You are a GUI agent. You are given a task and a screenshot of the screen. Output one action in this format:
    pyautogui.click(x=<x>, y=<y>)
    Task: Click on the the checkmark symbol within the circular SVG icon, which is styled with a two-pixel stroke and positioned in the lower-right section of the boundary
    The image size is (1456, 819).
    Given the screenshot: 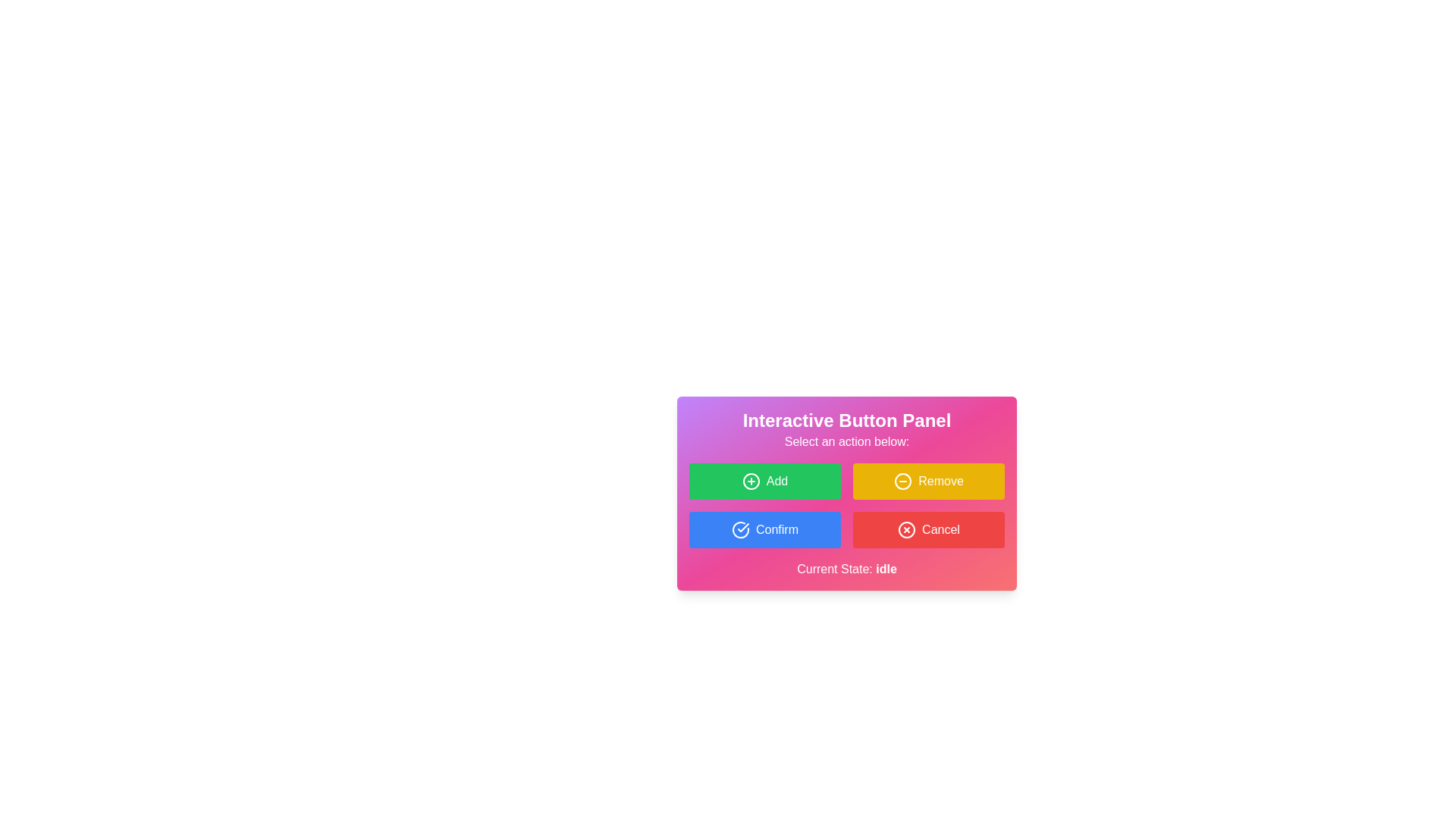 What is the action you would take?
    pyautogui.click(x=743, y=526)
    